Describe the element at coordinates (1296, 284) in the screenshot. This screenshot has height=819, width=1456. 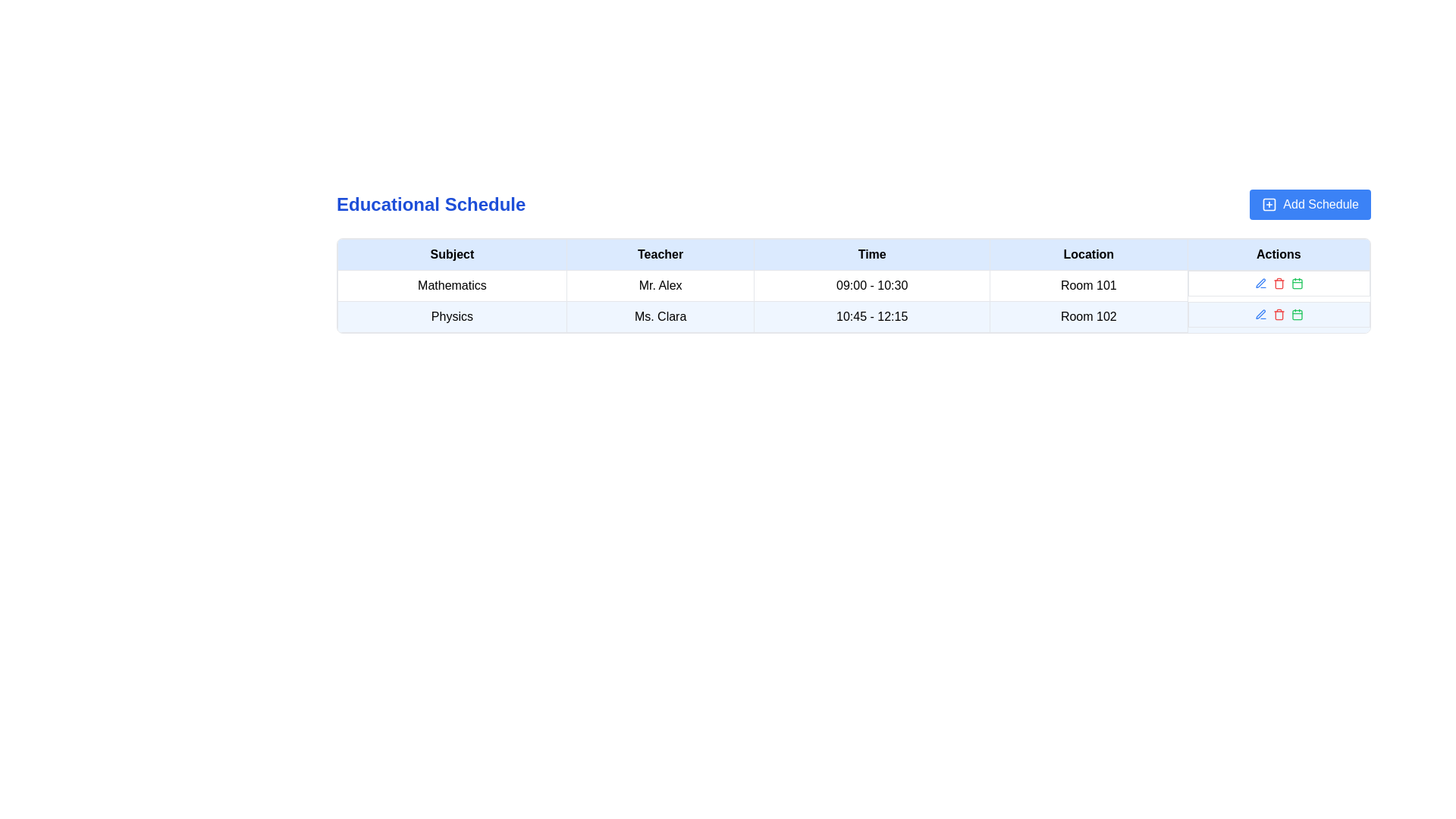
I see `the green calendar icon located in the 'Actions' column of the Physics row in the table for more information` at that location.